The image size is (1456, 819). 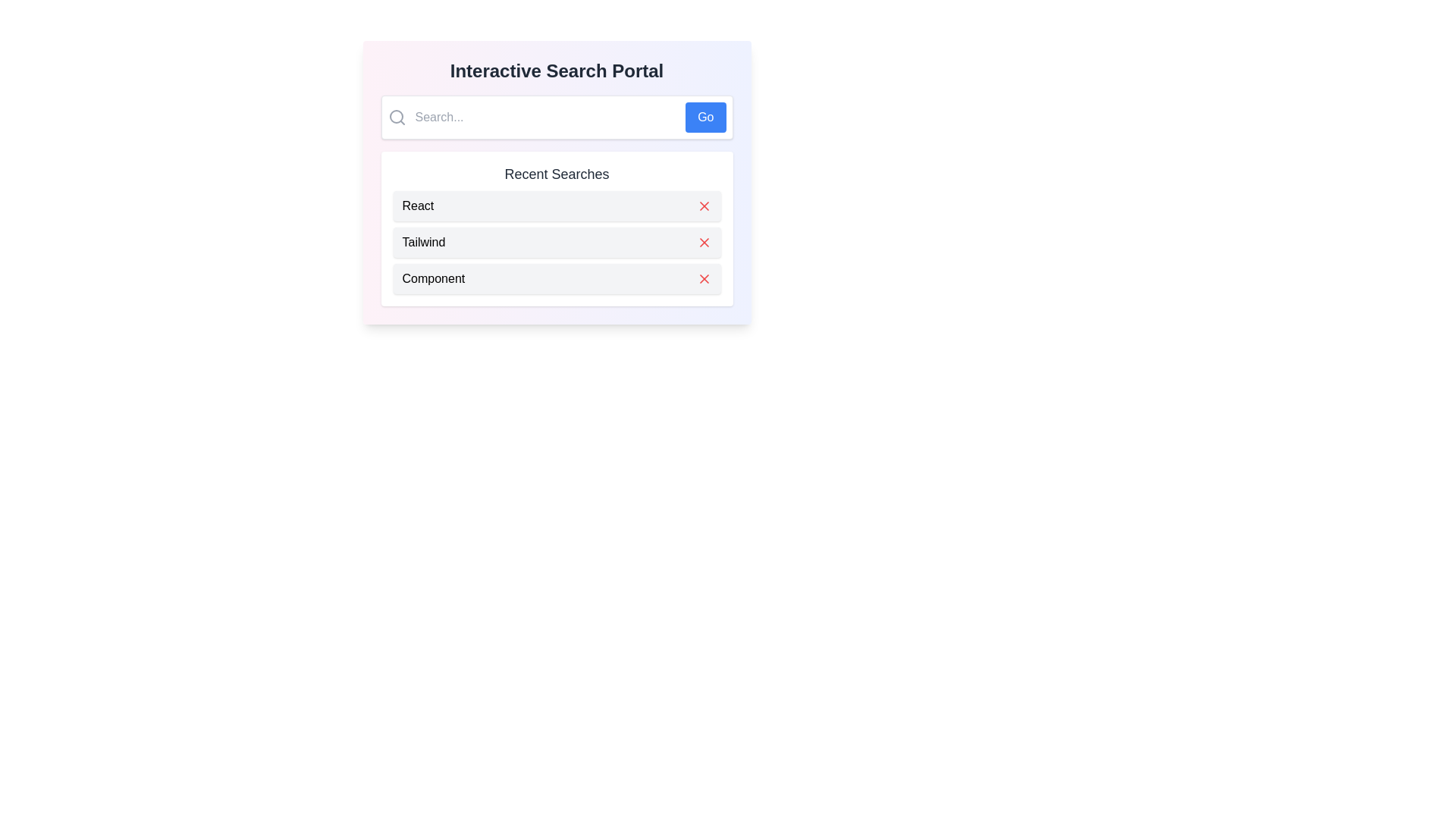 I want to click on the delete icon button associated with the 'React' list entry in the Recent Searches section, so click(x=703, y=206).